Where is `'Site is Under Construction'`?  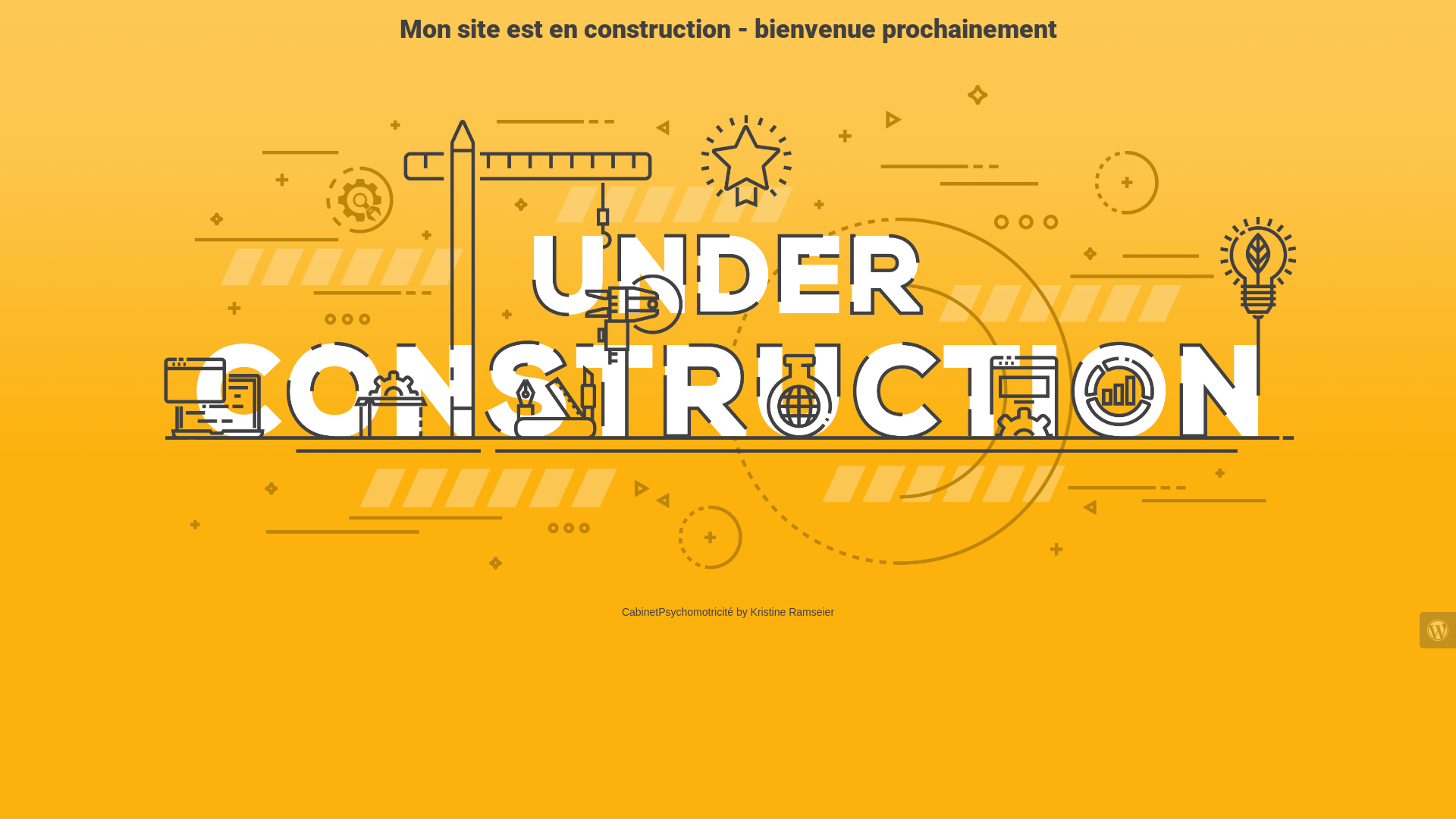
'Site is Under Construction' is located at coordinates (728, 327).